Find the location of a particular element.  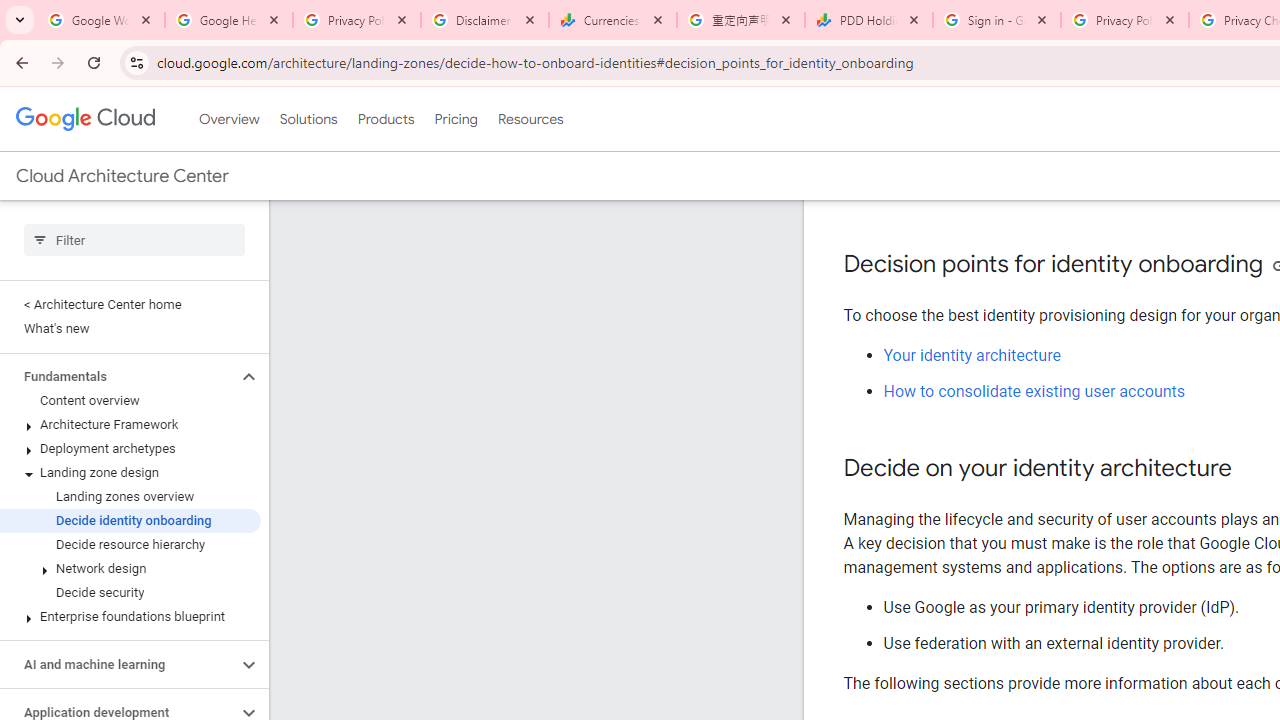

'Resources' is located at coordinates (530, 119).